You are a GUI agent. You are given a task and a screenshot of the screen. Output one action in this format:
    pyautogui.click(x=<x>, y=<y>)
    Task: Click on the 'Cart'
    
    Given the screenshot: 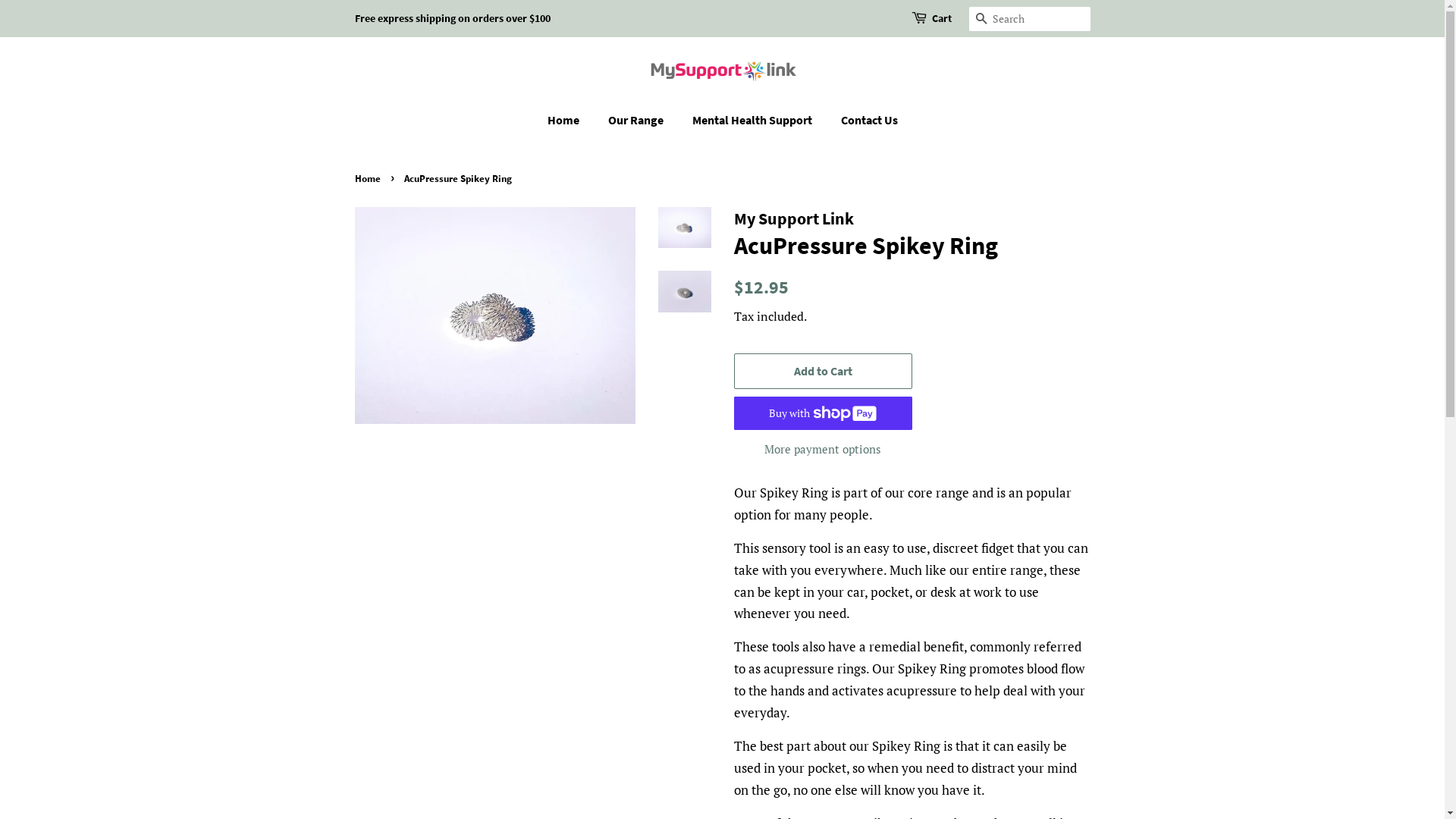 What is the action you would take?
    pyautogui.click(x=930, y=18)
    